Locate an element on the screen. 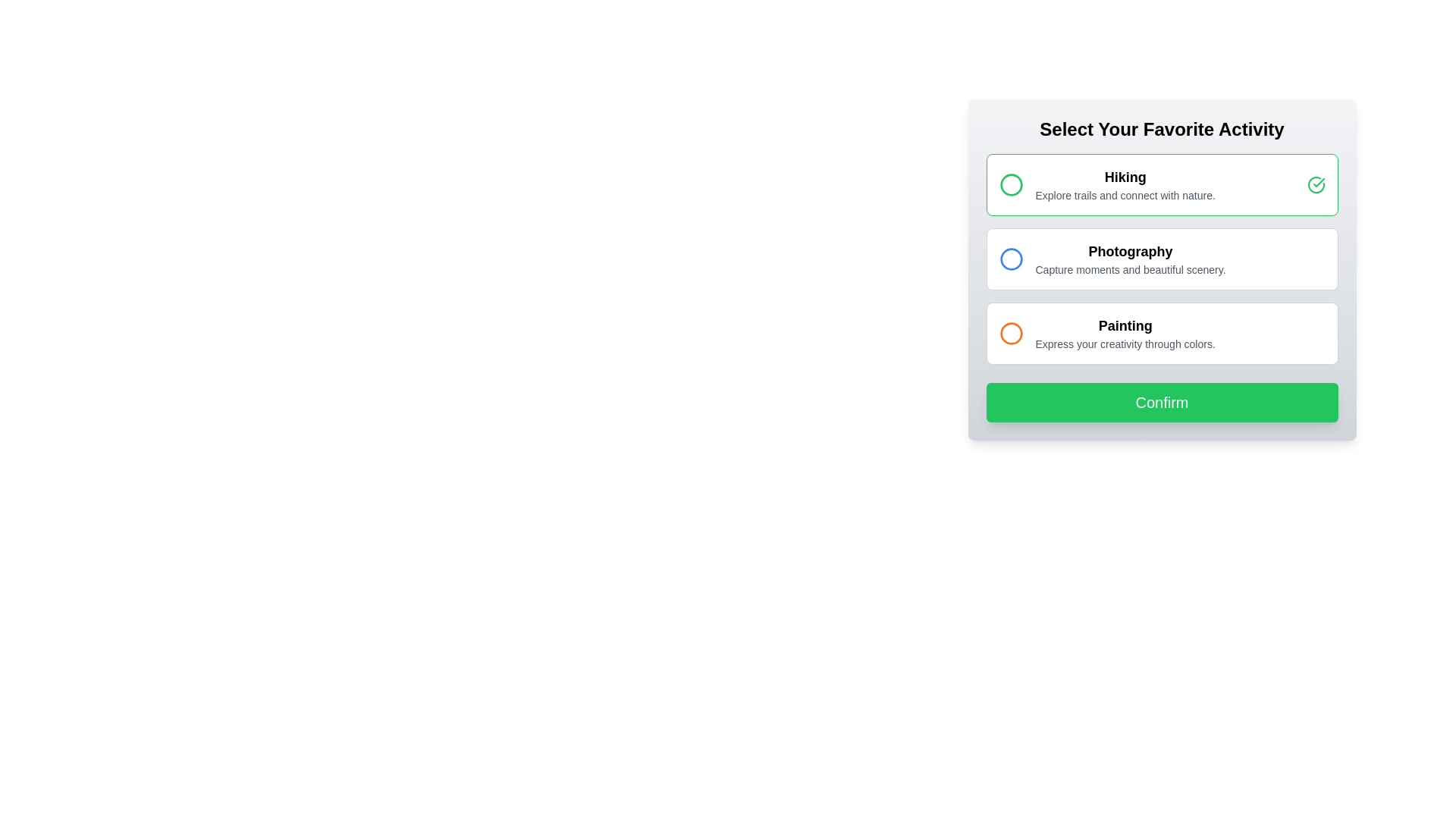  the selectable option labeled 'Photography', which is the second item in the list between 'Hiking' and 'Painting' is located at coordinates (1112, 259).